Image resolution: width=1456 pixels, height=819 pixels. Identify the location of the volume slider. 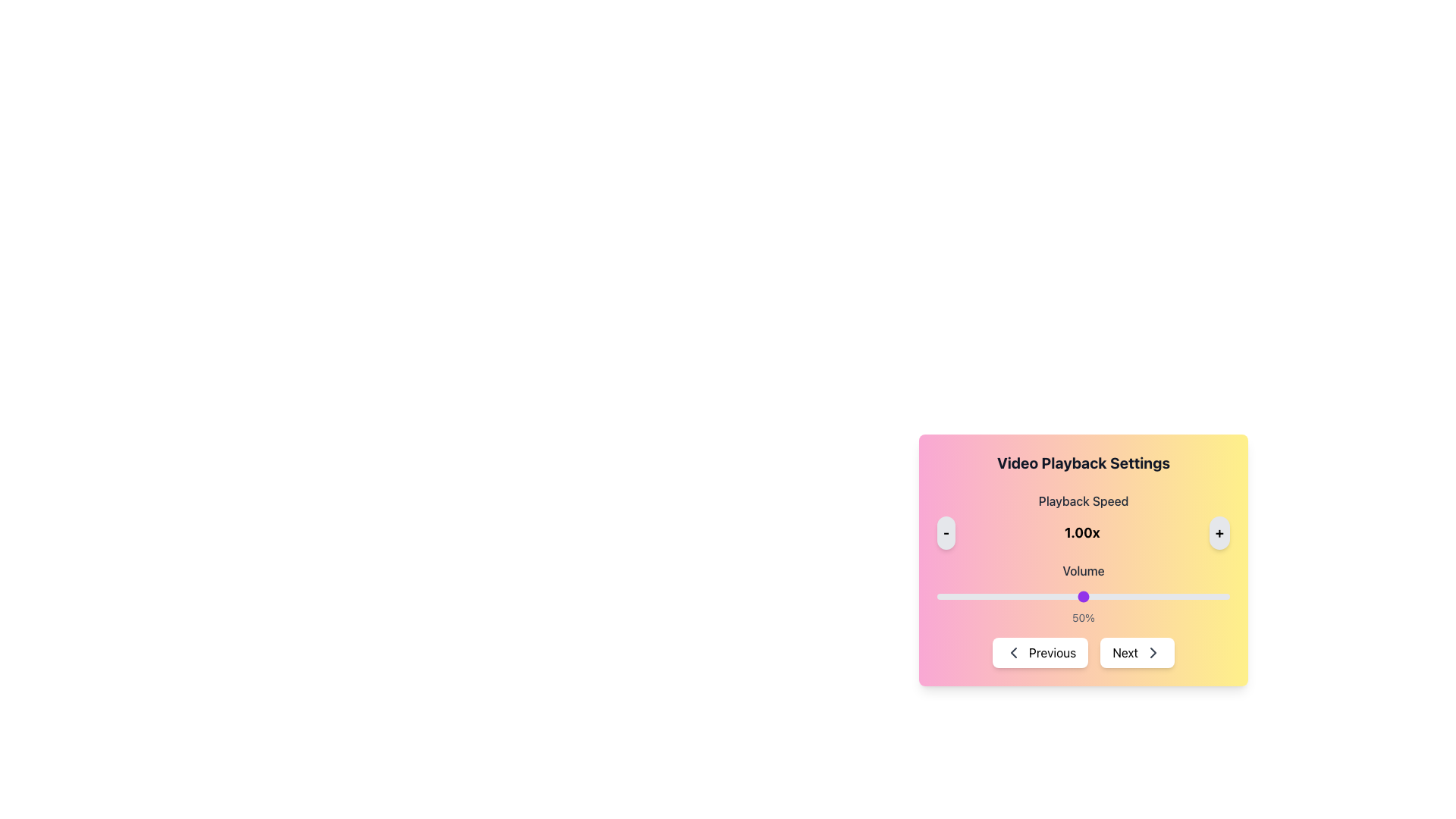
(1125, 595).